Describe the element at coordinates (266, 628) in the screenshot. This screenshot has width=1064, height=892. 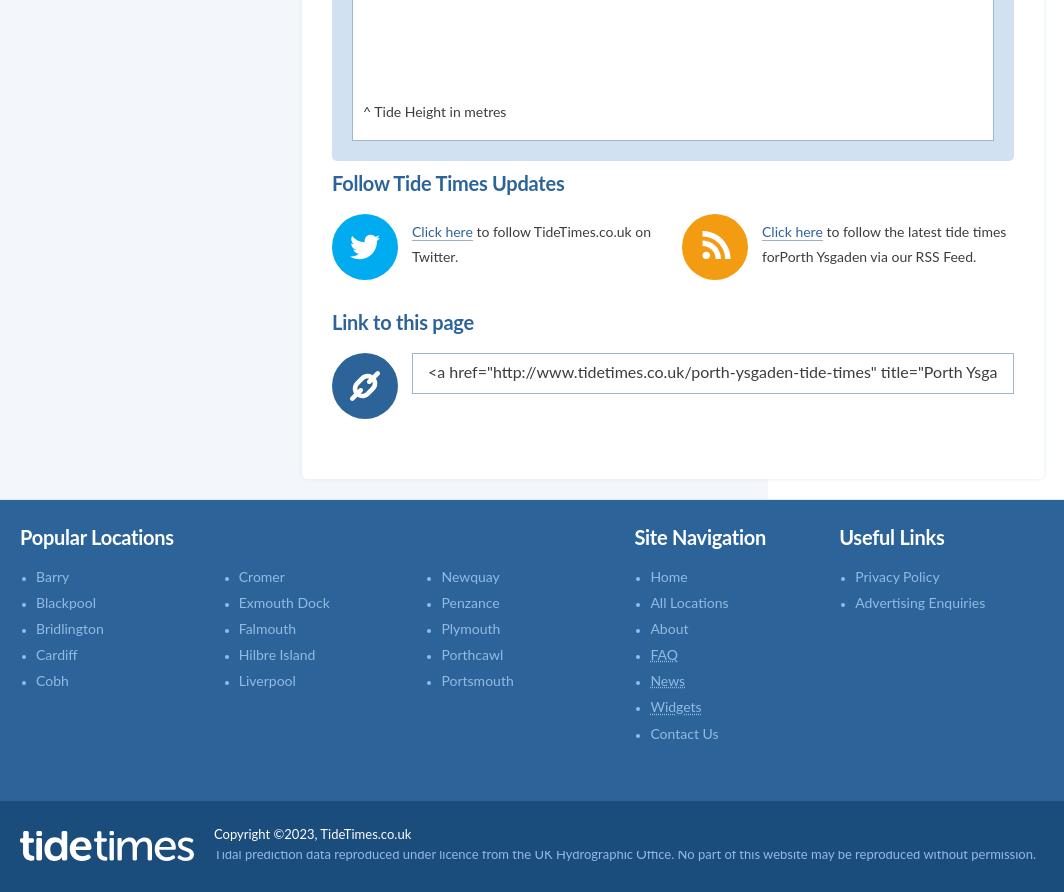
I see `'Falmouth'` at that location.